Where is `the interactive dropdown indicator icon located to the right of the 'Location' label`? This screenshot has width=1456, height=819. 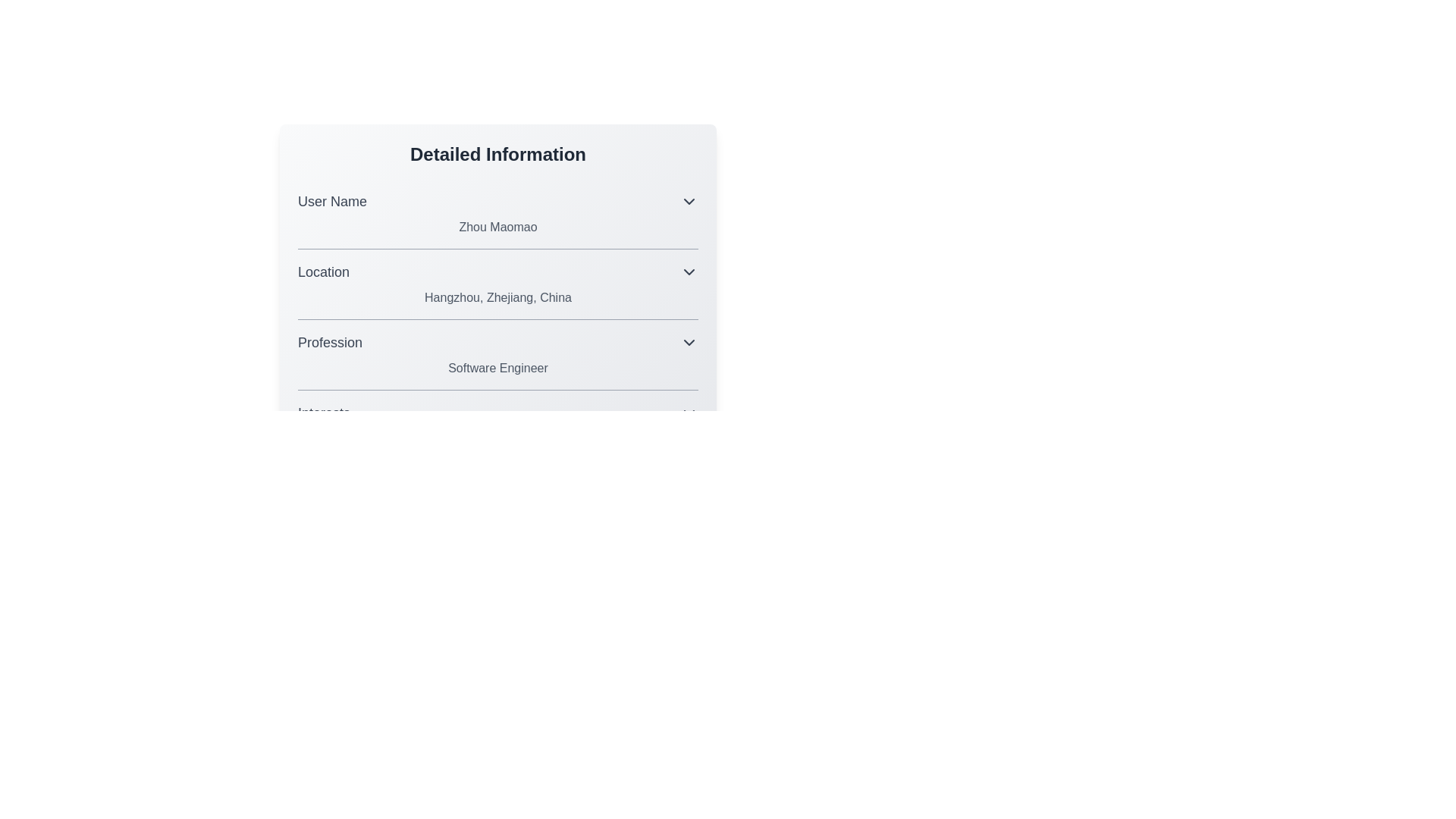
the interactive dropdown indicator icon located to the right of the 'Location' label is located at coordinates (688, 271).